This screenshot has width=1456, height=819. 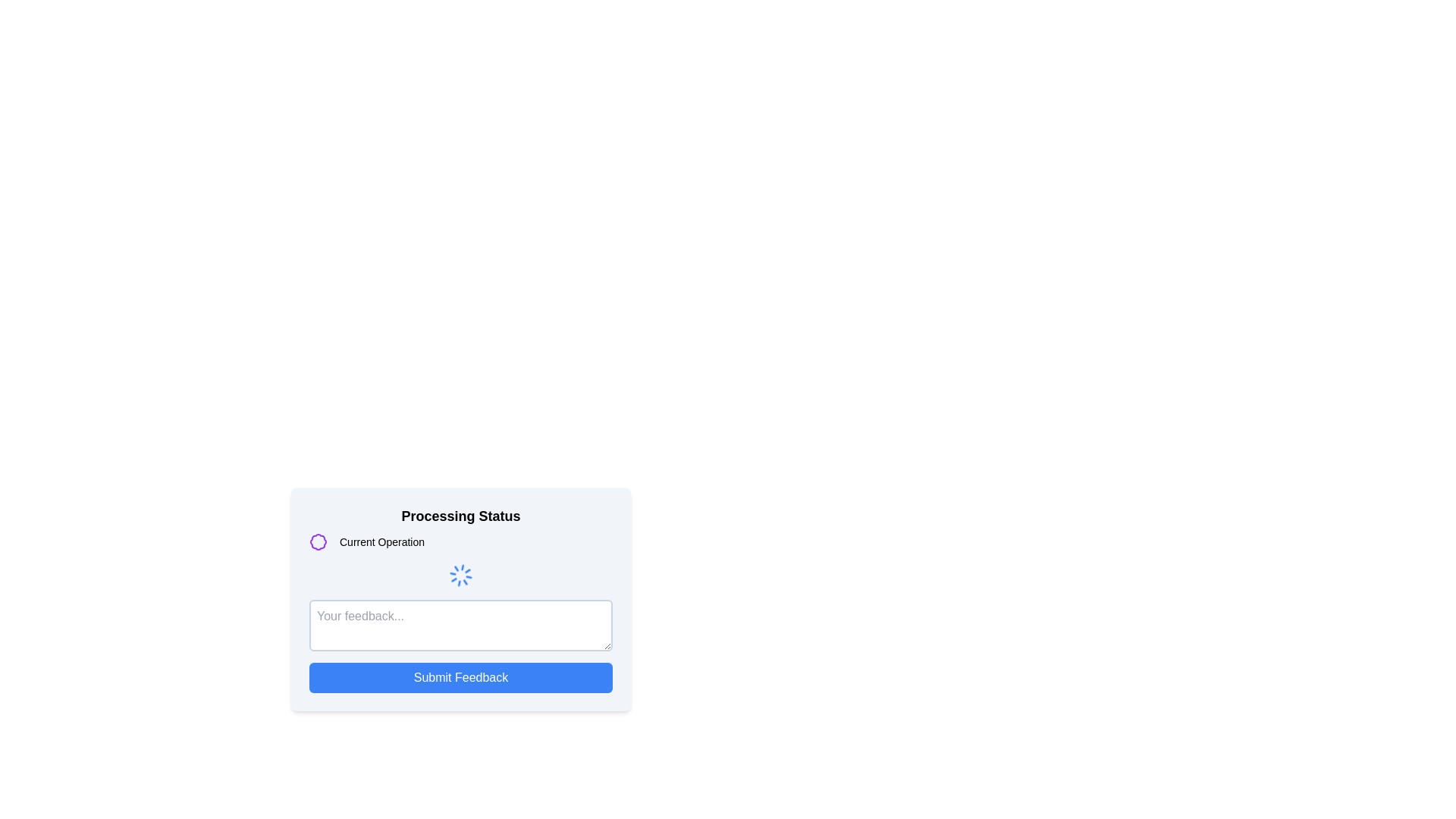 What do you see at coordinates (318, 541) in the screenshot?
I see `the icon representing the label 'Current Operation', which is located to the far left of the horizontal group containing the text label` at bounding box center [318, 541].